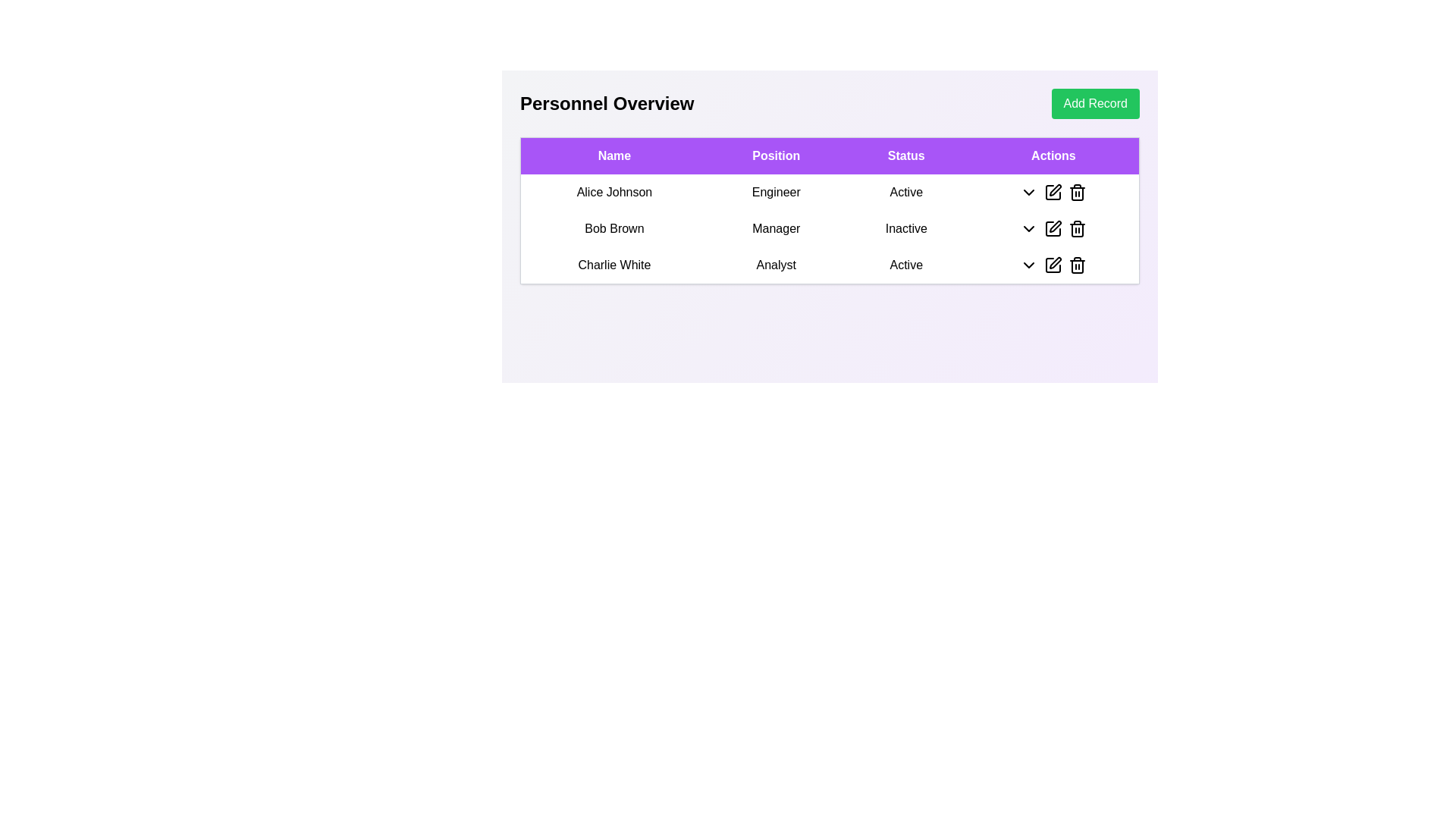  I want to click on the text display showing 'Charlie White' in the first cell of the third row under the 'Name' column in the data table, so click(614, 265).